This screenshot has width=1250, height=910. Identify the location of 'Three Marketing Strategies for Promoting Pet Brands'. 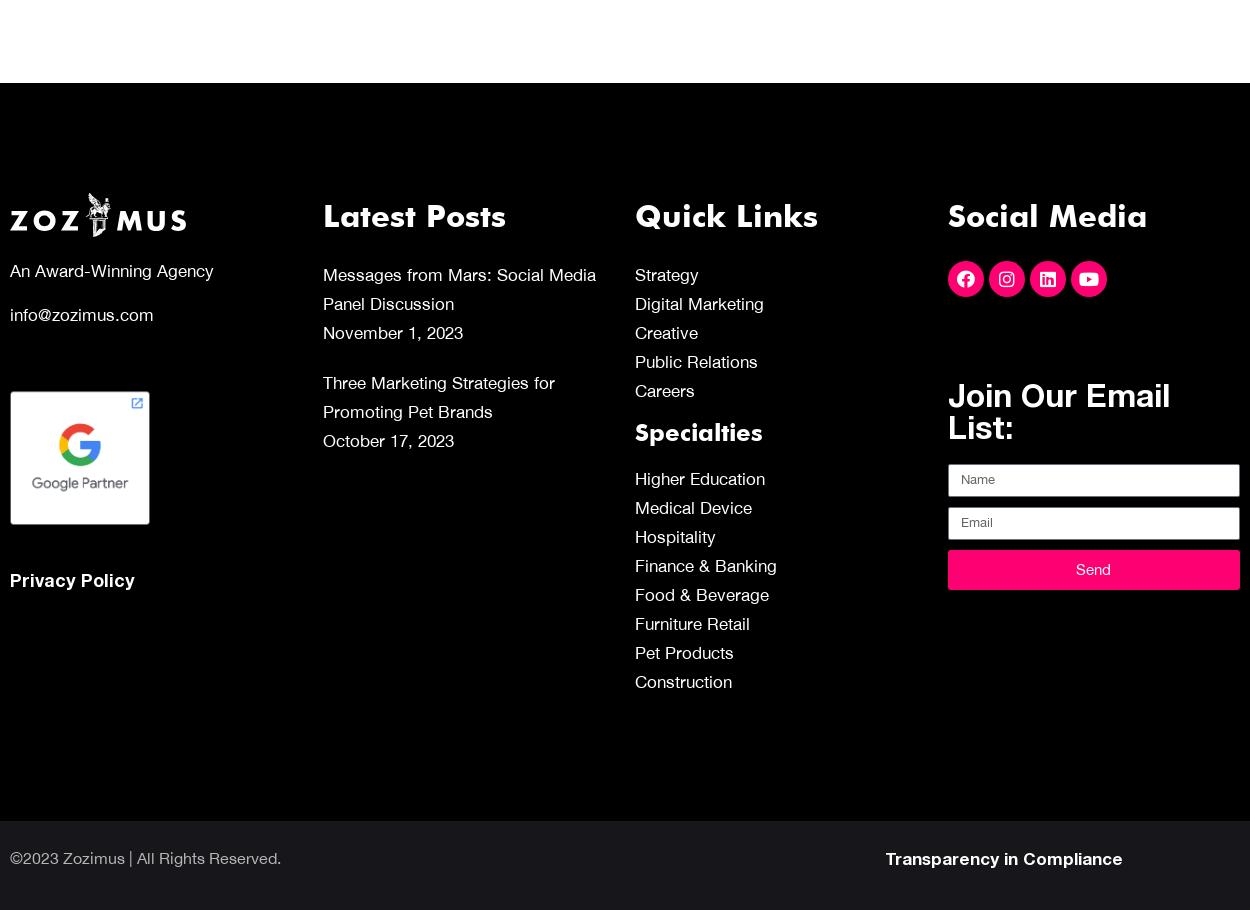
(438, 395).